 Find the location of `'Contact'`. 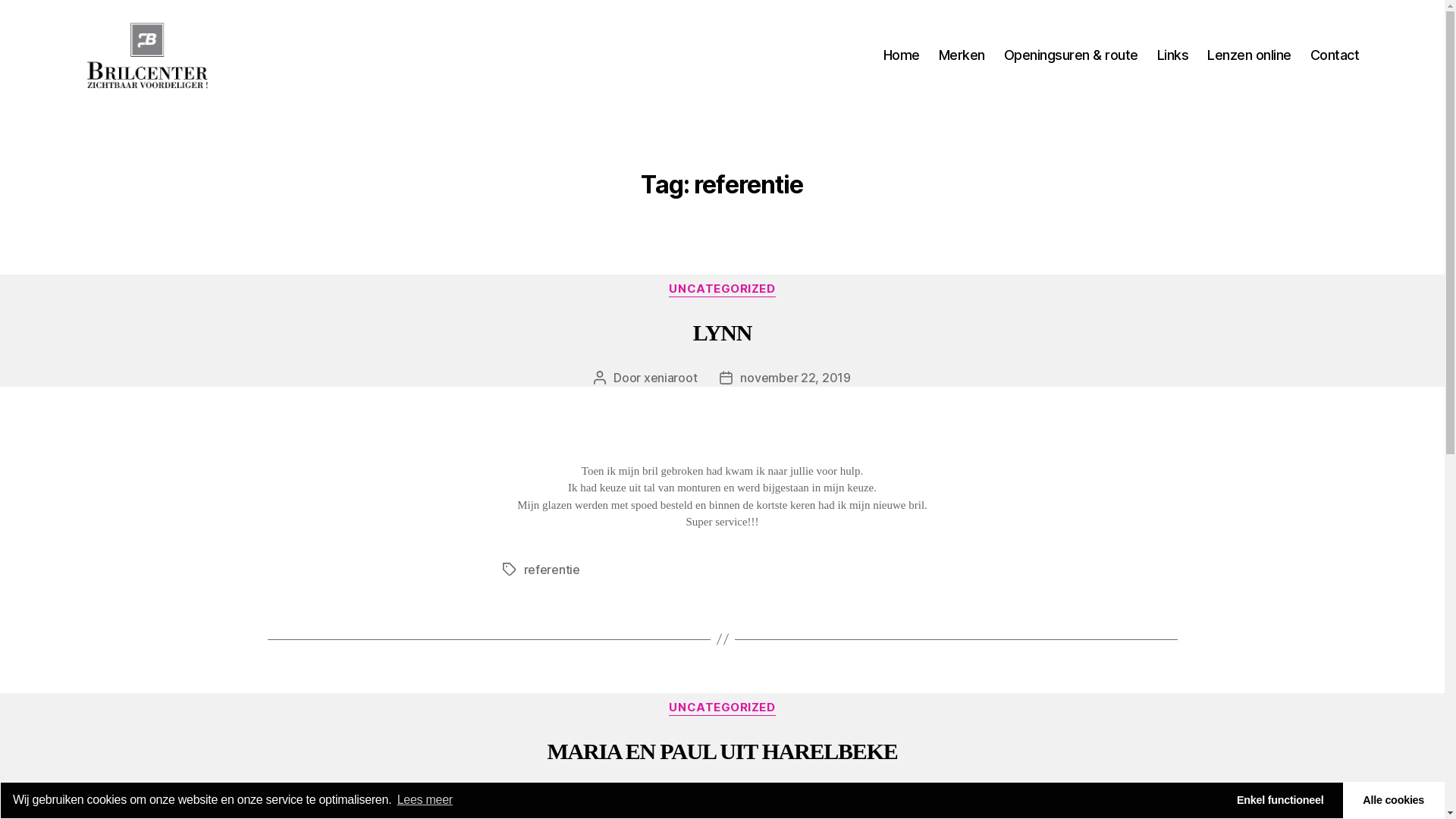

'Contact' is located at coordinates (1310, 55).